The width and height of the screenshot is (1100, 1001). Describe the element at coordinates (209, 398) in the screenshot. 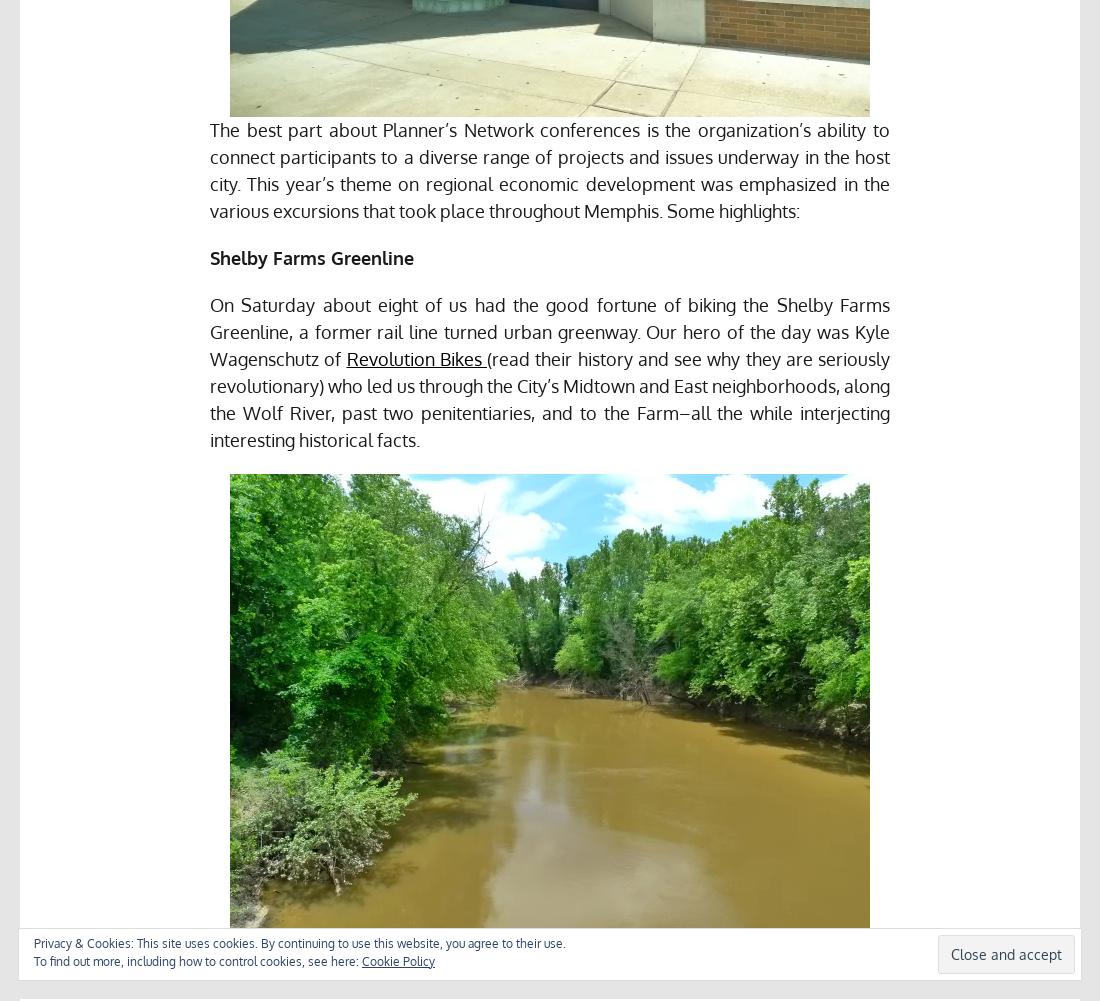

I see `'(read their history and see why they are seriously revolutionary) who led us through the City’s Midtown and East neighborhoods, along the Wolf River, past two penitentiaries, and to the Farm–all the while interjecting interesting historical facts.'` at that location.